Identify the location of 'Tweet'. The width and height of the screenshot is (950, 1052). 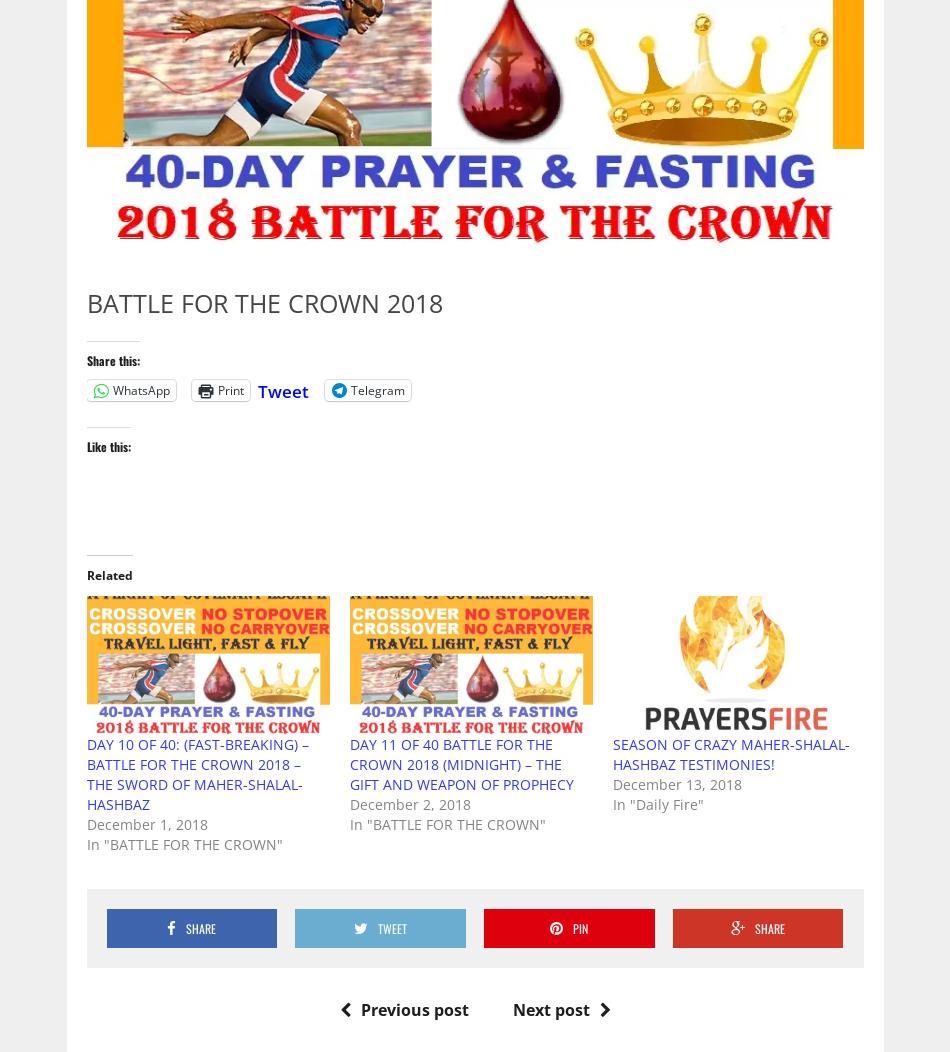
(281, 390).